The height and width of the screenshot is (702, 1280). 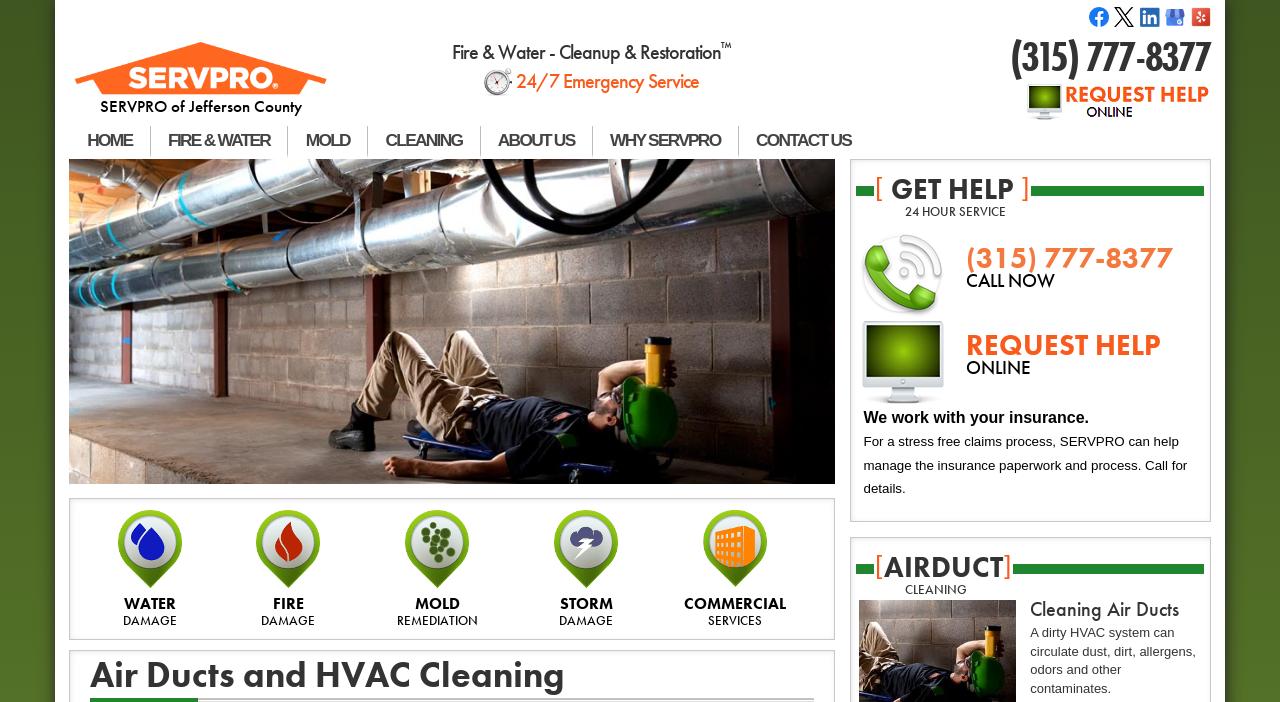 I want to click on 'ABOUT US', so click(x=535, y=138).